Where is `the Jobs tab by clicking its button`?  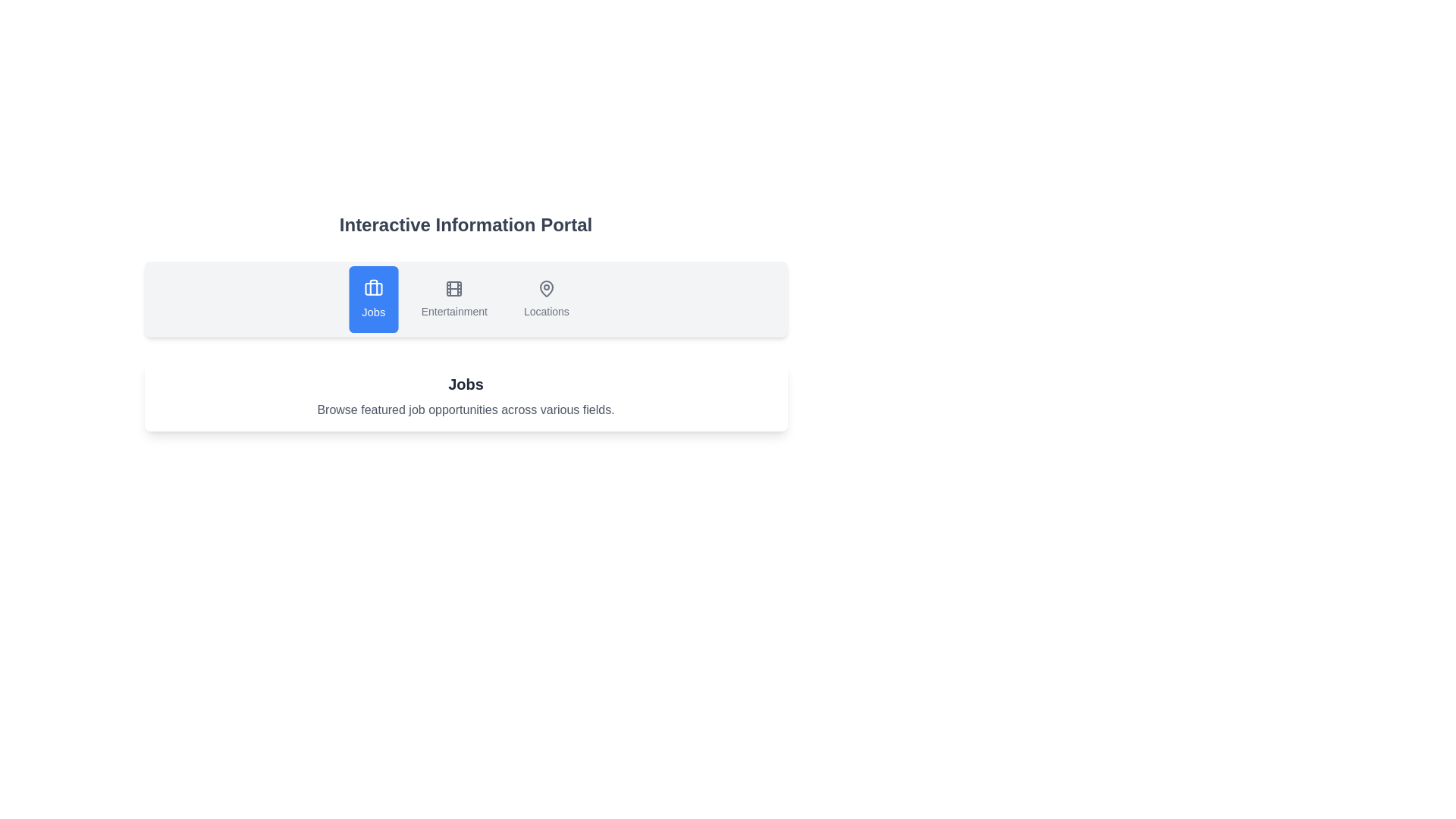 the Jobs tab by clicking its button is located at coordinates (373, 299).